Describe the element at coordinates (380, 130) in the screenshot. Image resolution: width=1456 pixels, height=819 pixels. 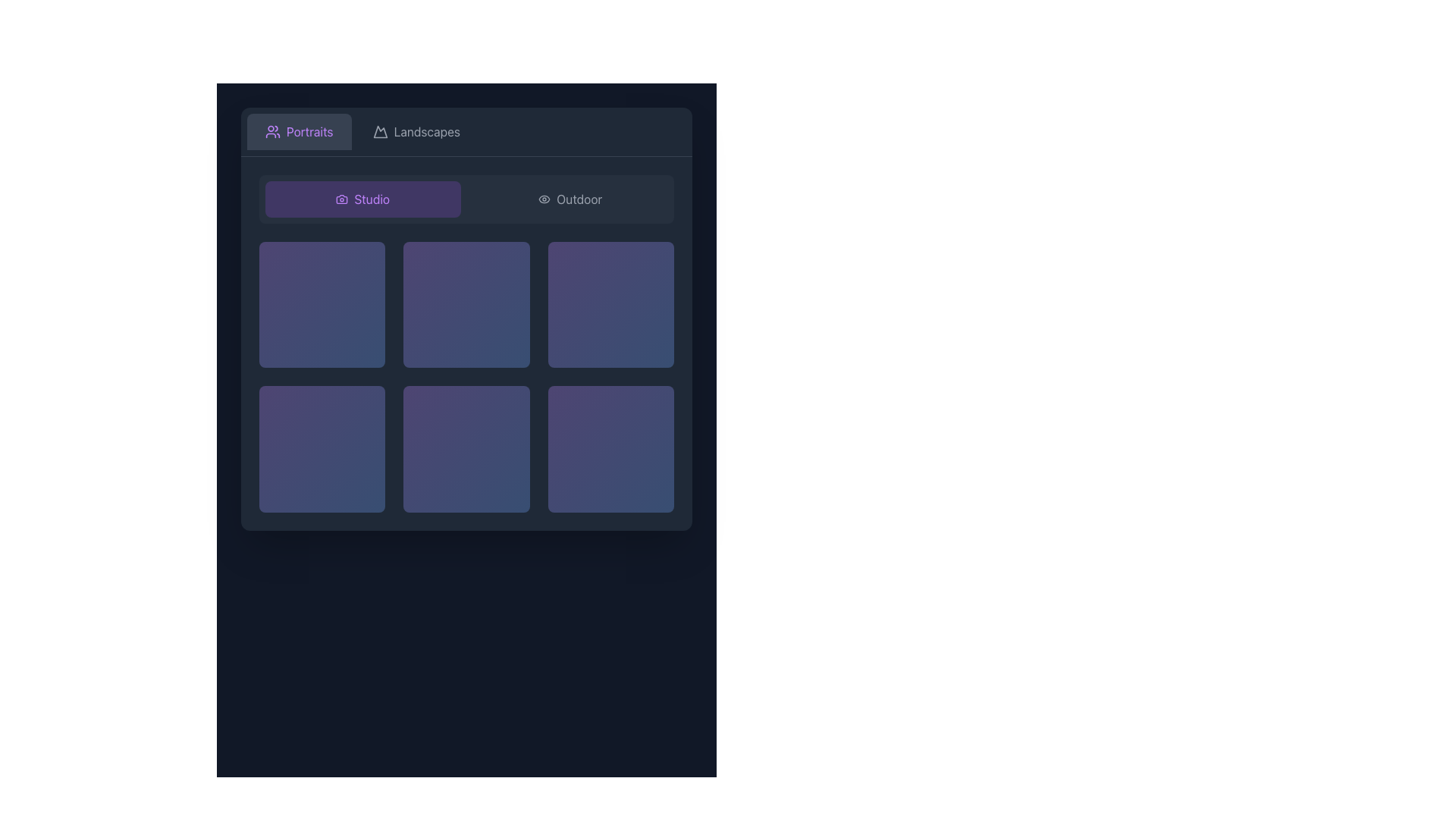
I see `the mountain icon in the 'Landscapes' tab of the horizontal navigation bar` at that location.